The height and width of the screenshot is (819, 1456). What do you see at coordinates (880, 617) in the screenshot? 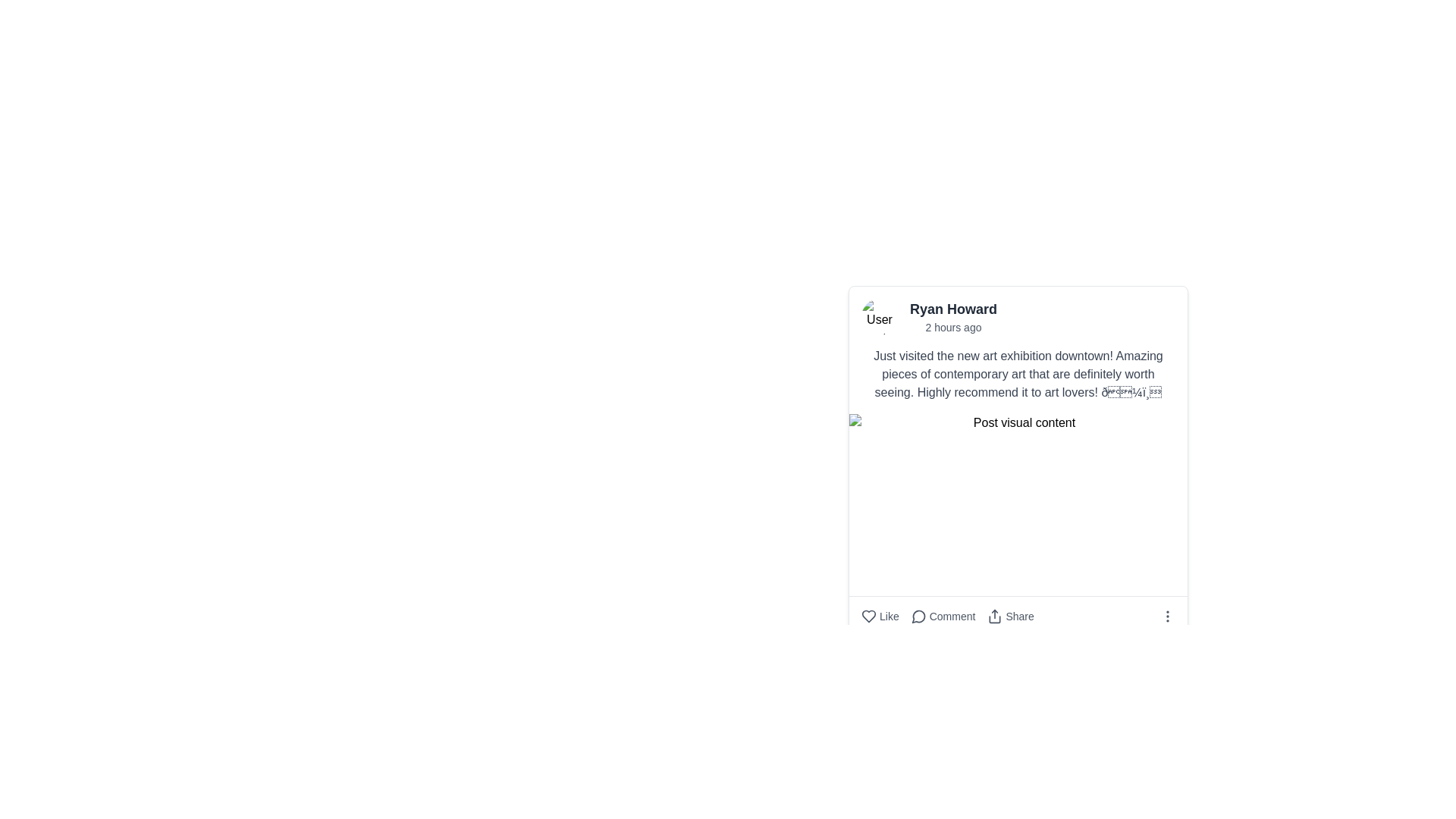
I see `the 'Like' button, the first option in the horizontal control bar at the bottom of a post` at bounding box center [880, 617].